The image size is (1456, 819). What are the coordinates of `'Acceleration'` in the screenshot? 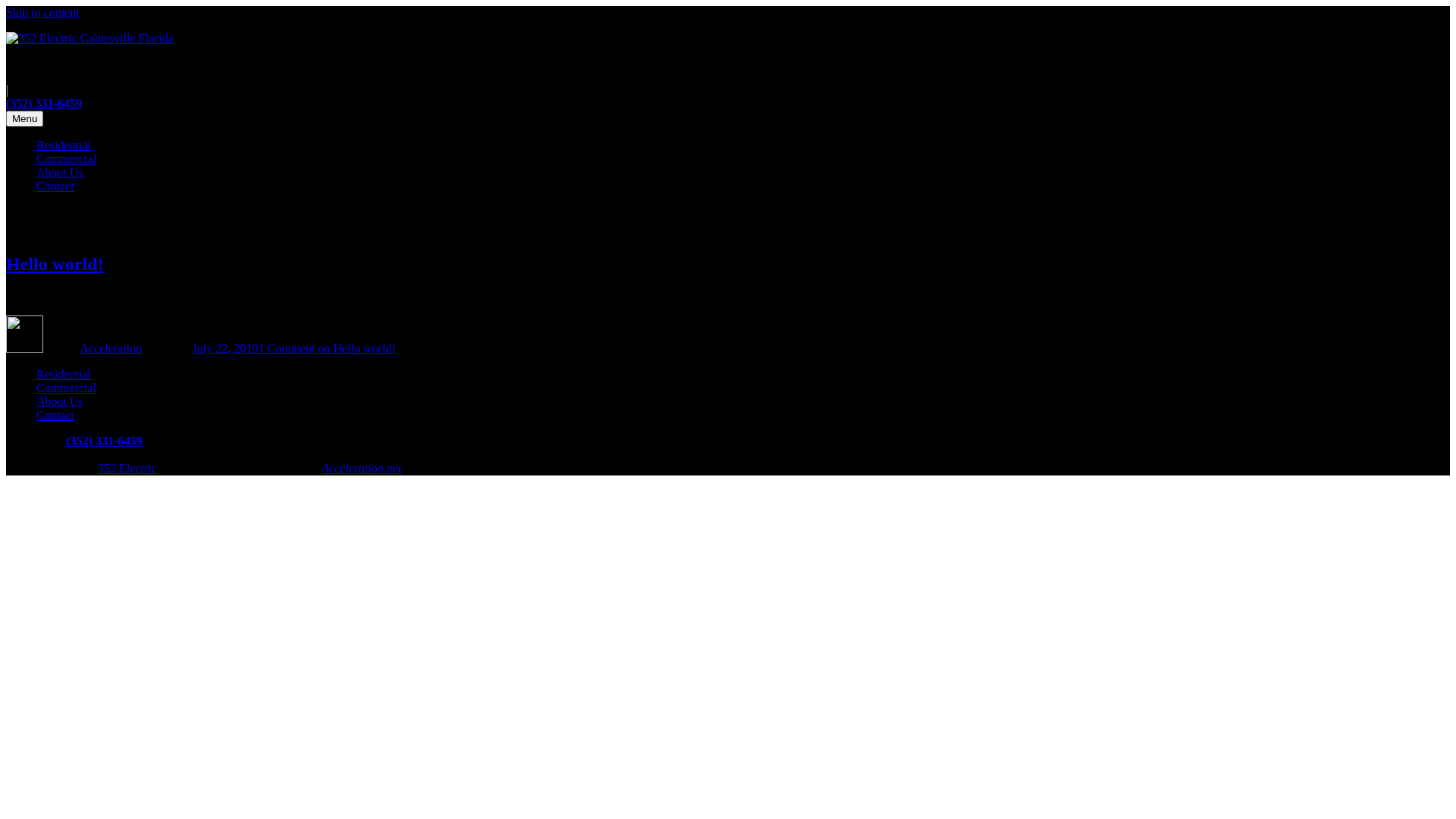 It's located at (109, 348).